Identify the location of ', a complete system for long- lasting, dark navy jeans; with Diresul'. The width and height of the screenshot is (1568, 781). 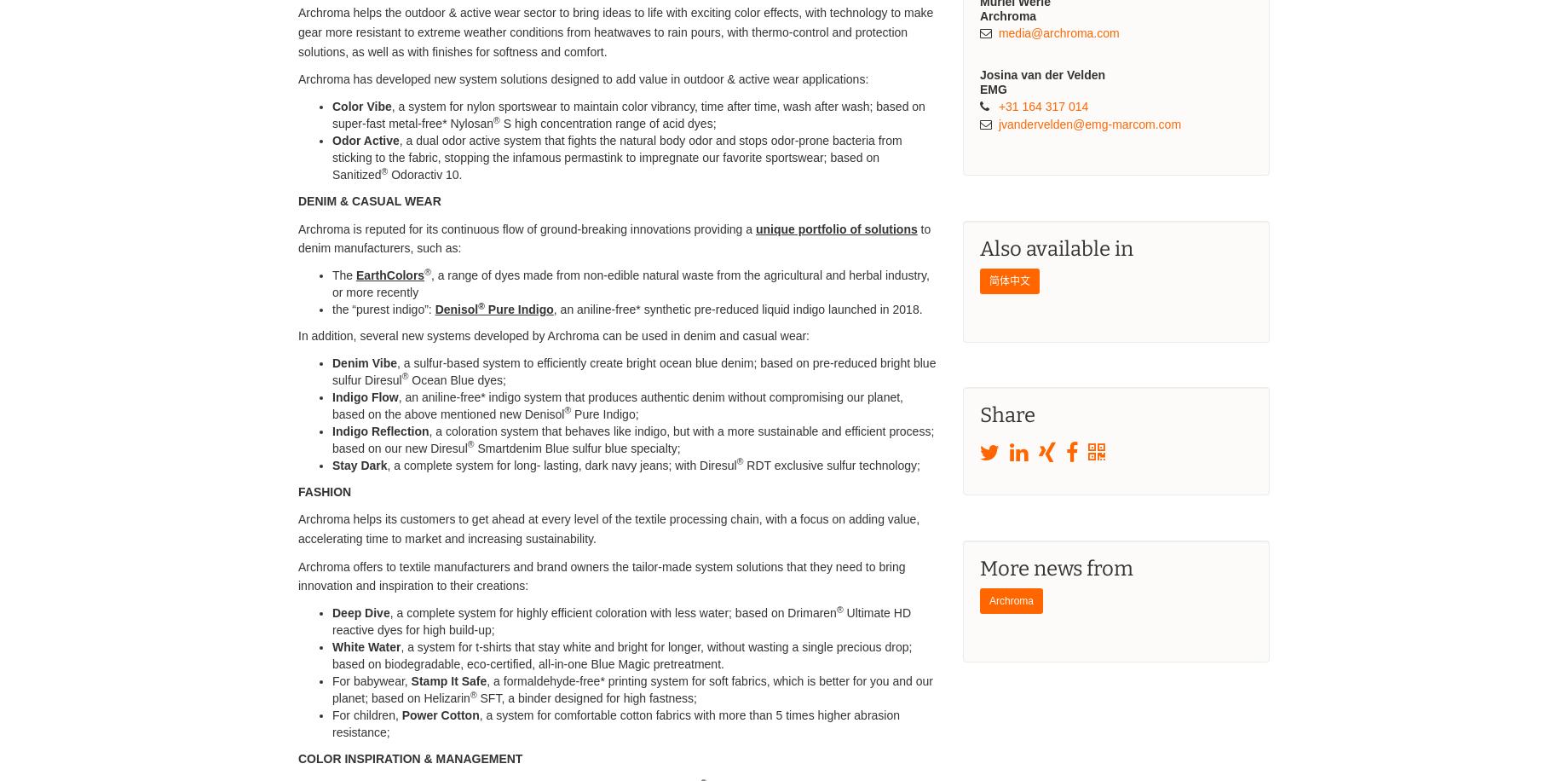
(561, 464).